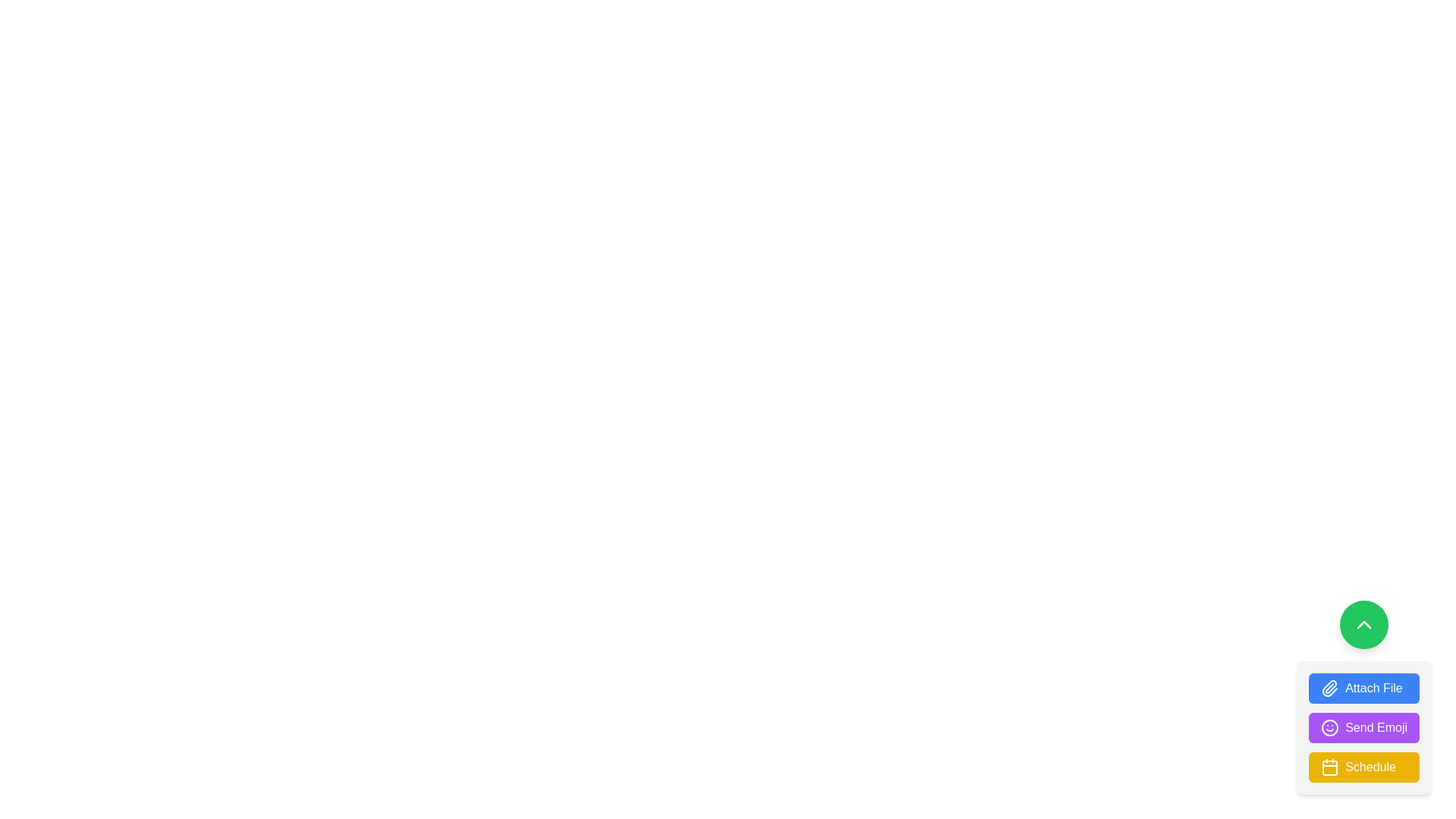  I want to click on the blue 'Attach File' button with a paperclip icon located at the bottom right corner of the interface, so click(1364, 698).